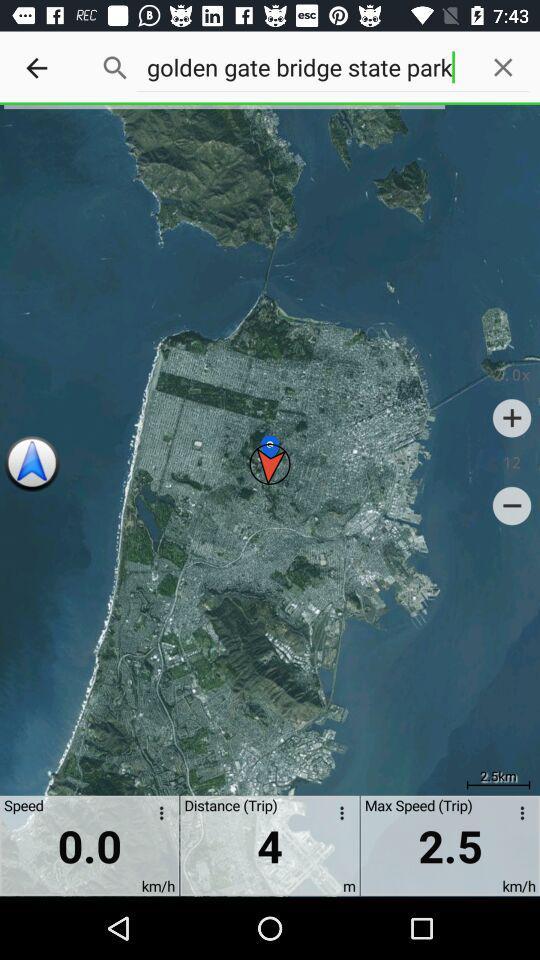 The height and width of the screenshot is (960, 540). Describe the element at coordinates (511, 416) in the screenshot. I see `the  icon` at that location.